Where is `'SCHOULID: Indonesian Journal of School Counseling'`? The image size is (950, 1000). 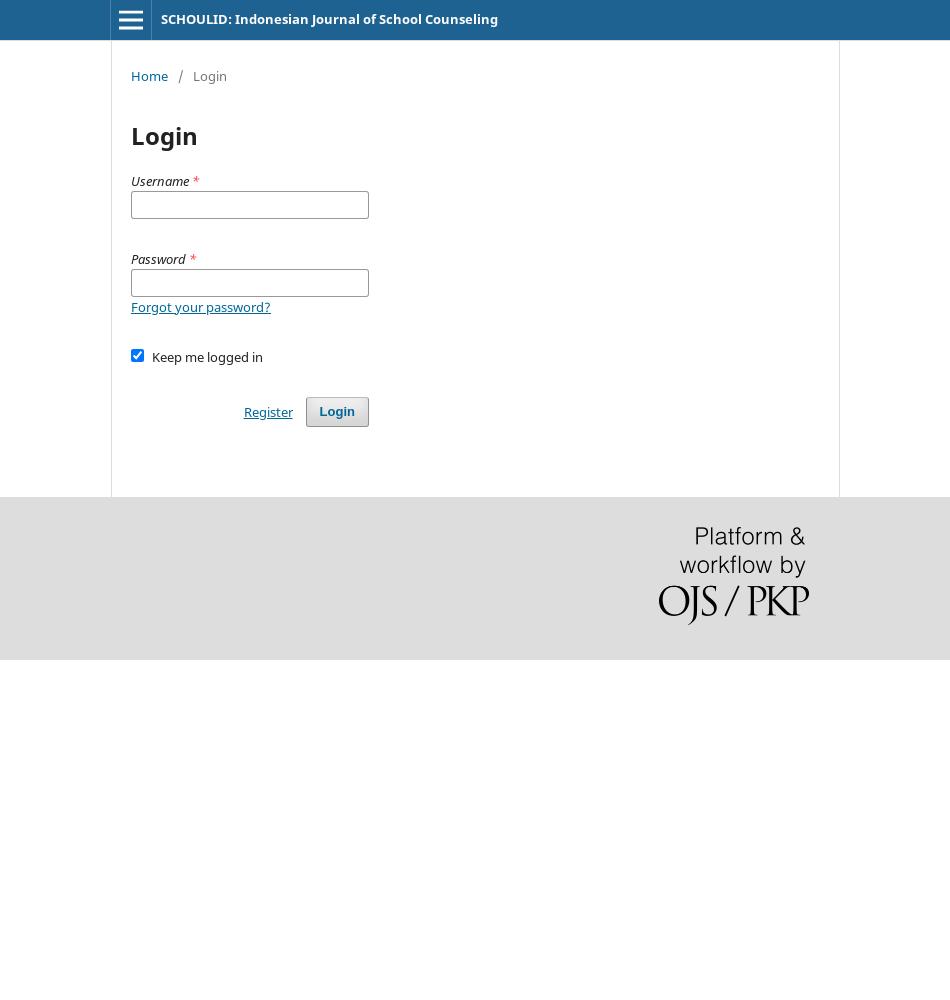
'SCHOULID: Indonesian Journal of School Counseling' is located at coordinates (327, 19).